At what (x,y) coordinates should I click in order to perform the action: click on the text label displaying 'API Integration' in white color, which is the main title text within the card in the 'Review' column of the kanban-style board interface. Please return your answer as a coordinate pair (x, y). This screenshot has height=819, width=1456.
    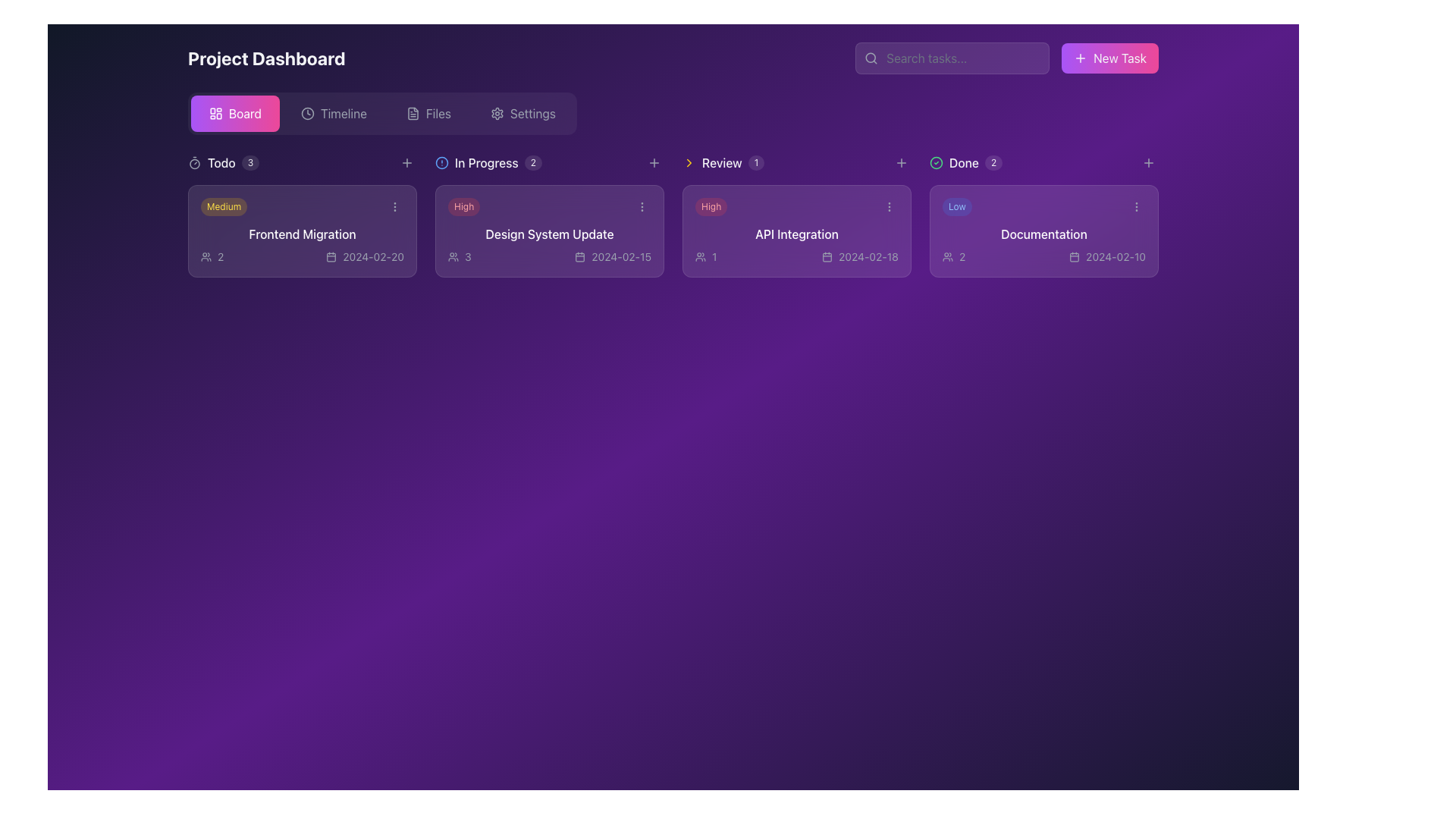
    Looking at the image, I should click on (796, 234).